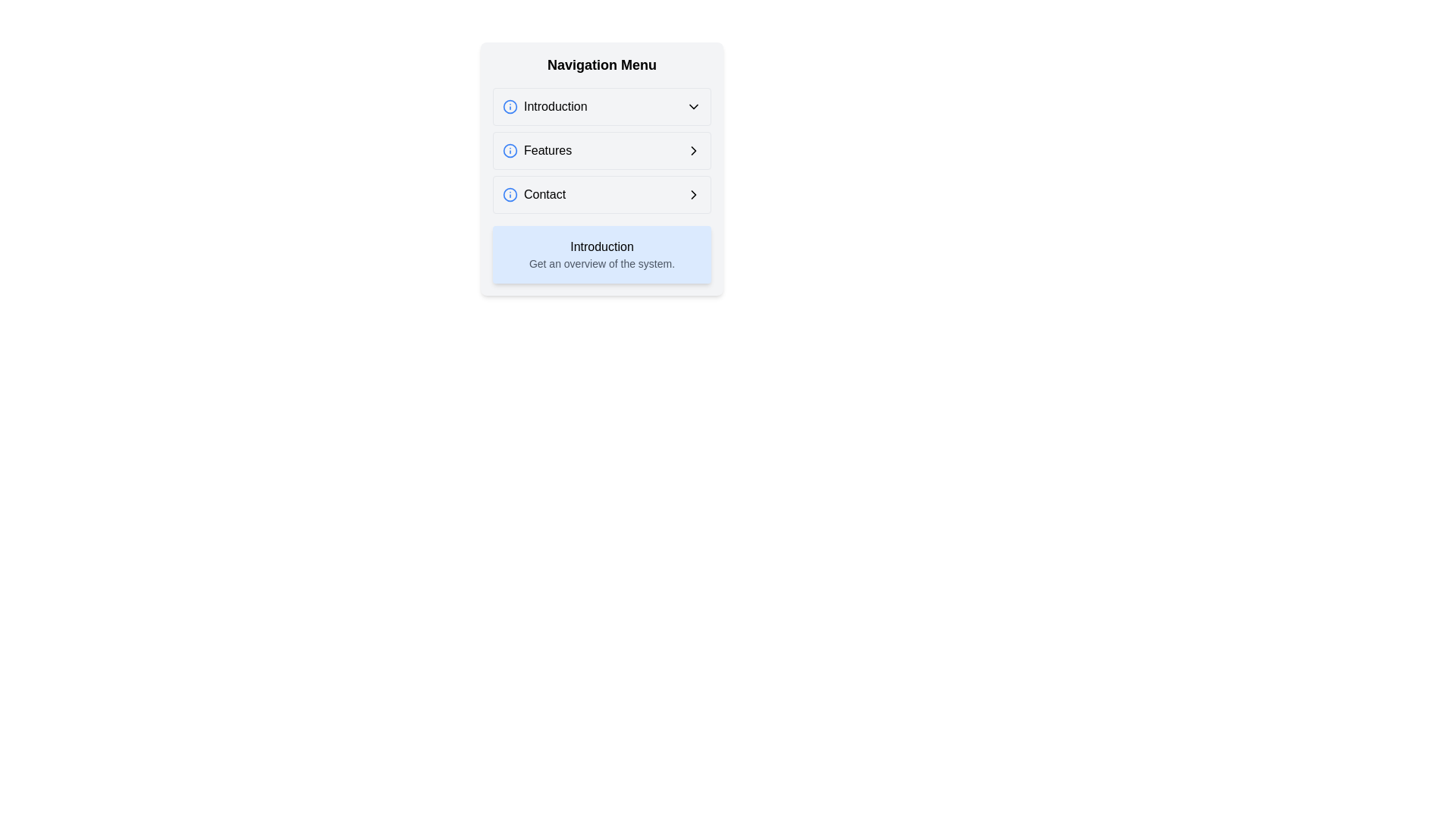  I want to click on the SVG circular icon positioned to the left of the 'Features' menu item text, so click(510, 151).